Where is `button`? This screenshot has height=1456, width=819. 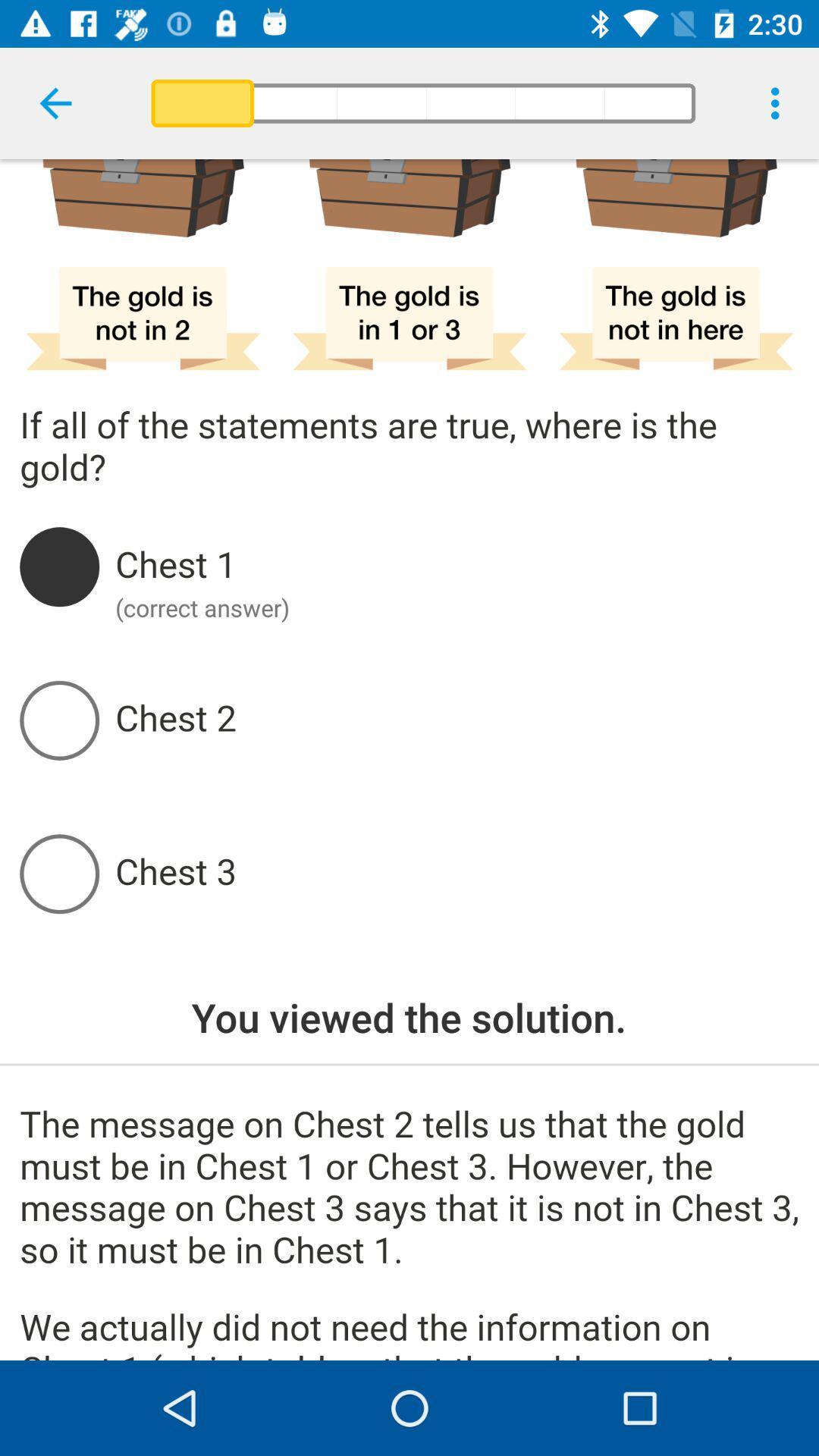
button is located at coordinates (456, 874).